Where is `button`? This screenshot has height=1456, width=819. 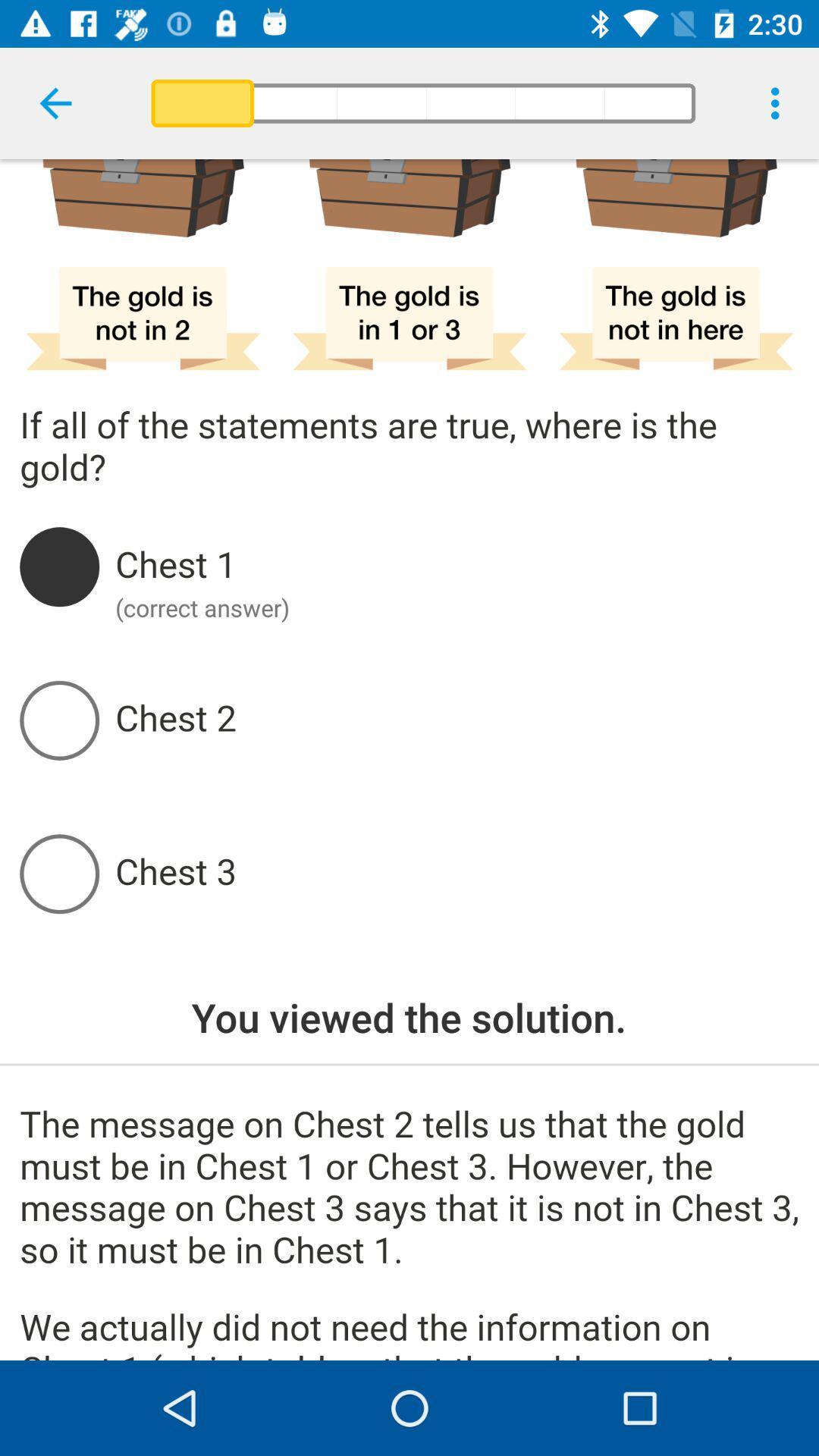
button is located at coordinates (456, 874).